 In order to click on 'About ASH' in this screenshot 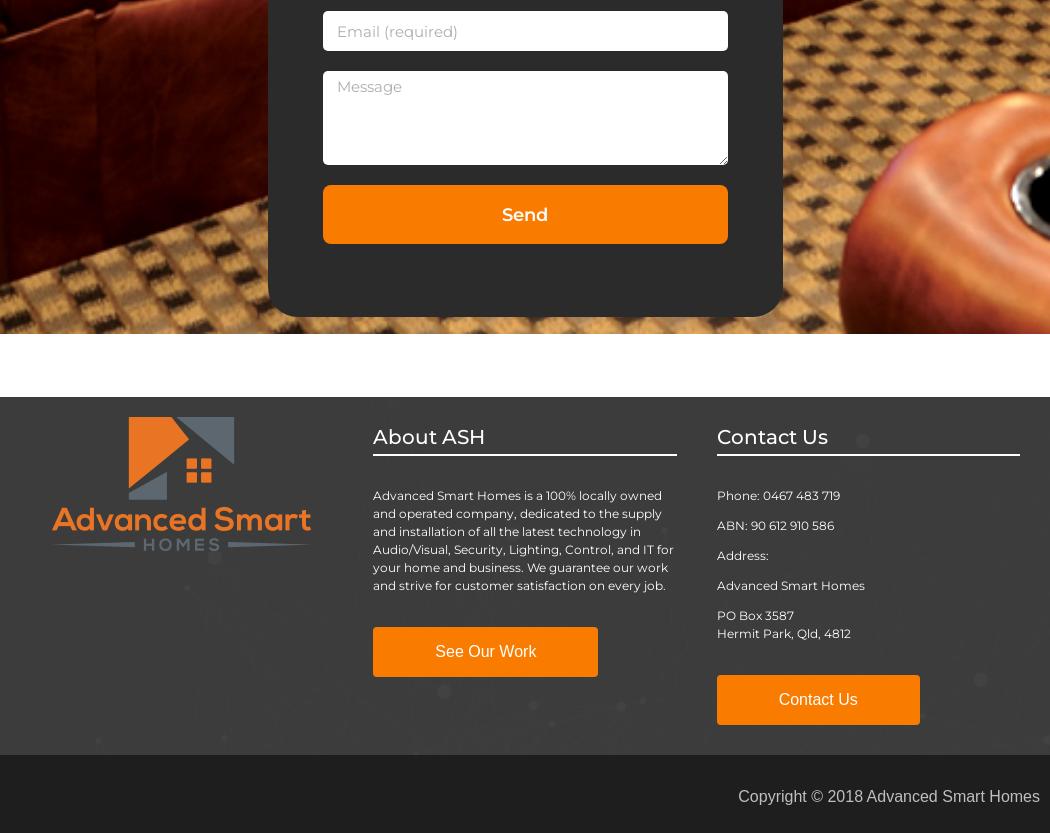, I will do `click(371, 435)`.